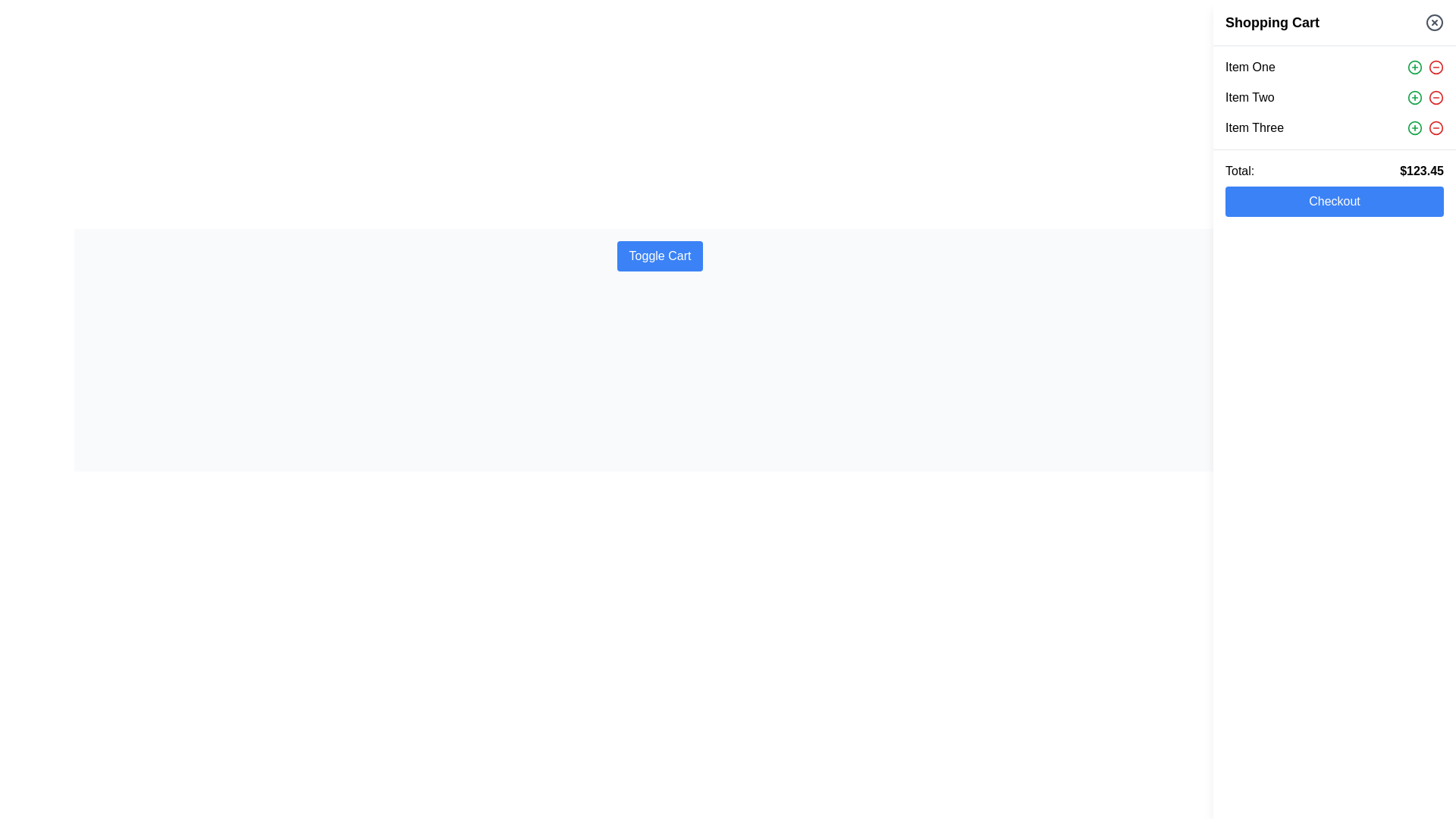 The height and width of the screenshot is (819, 1456). I want to click on the text label that serves as the title for the shopping cart section, located at the top-left corner of the cart interface, so click(1272, 23).